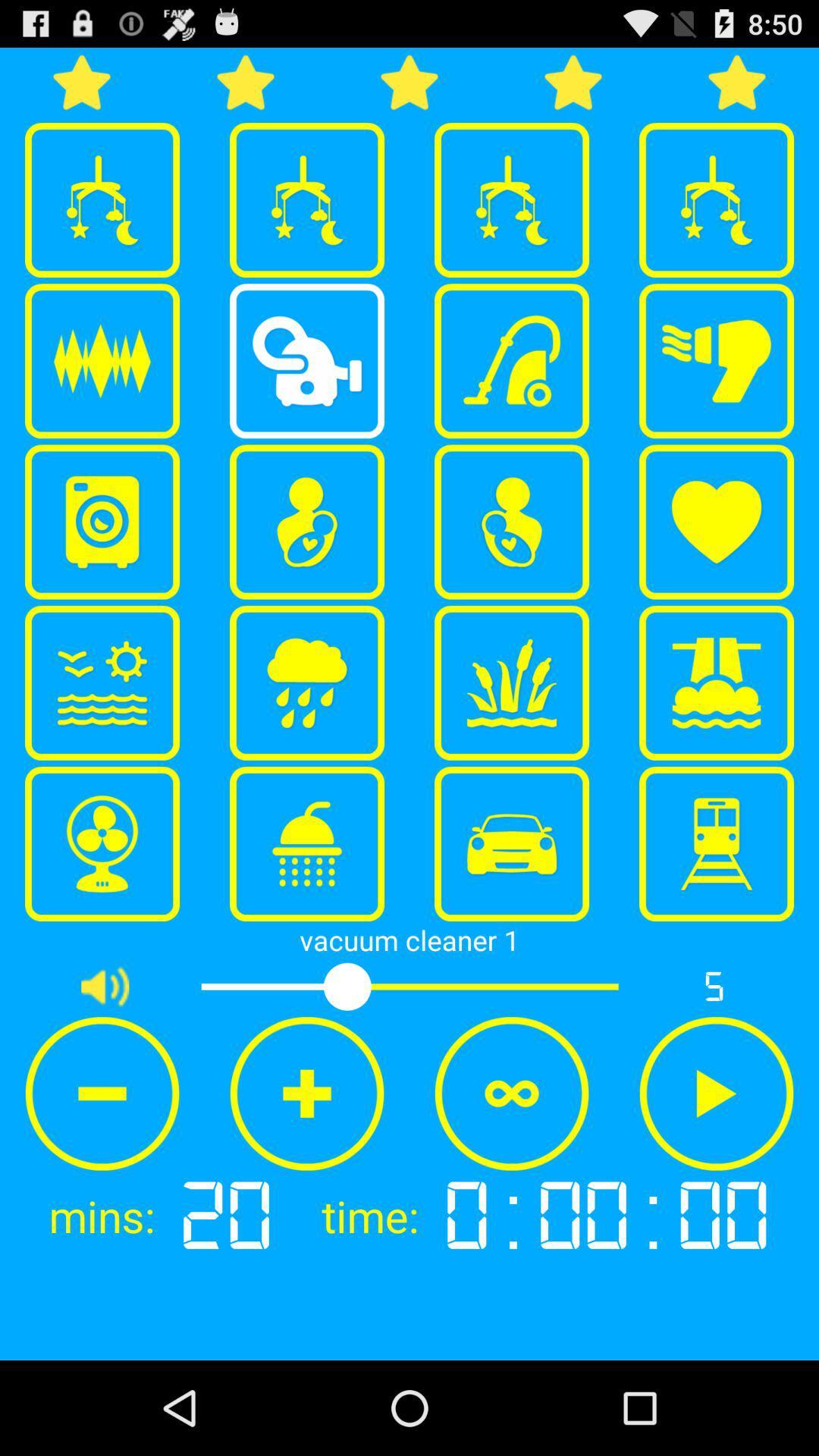 The width and height of the screenshot is (819, 1456). Describe the element at coordinates (102, 1094) in the screenshot. I see `icon above the mins:` at that location.